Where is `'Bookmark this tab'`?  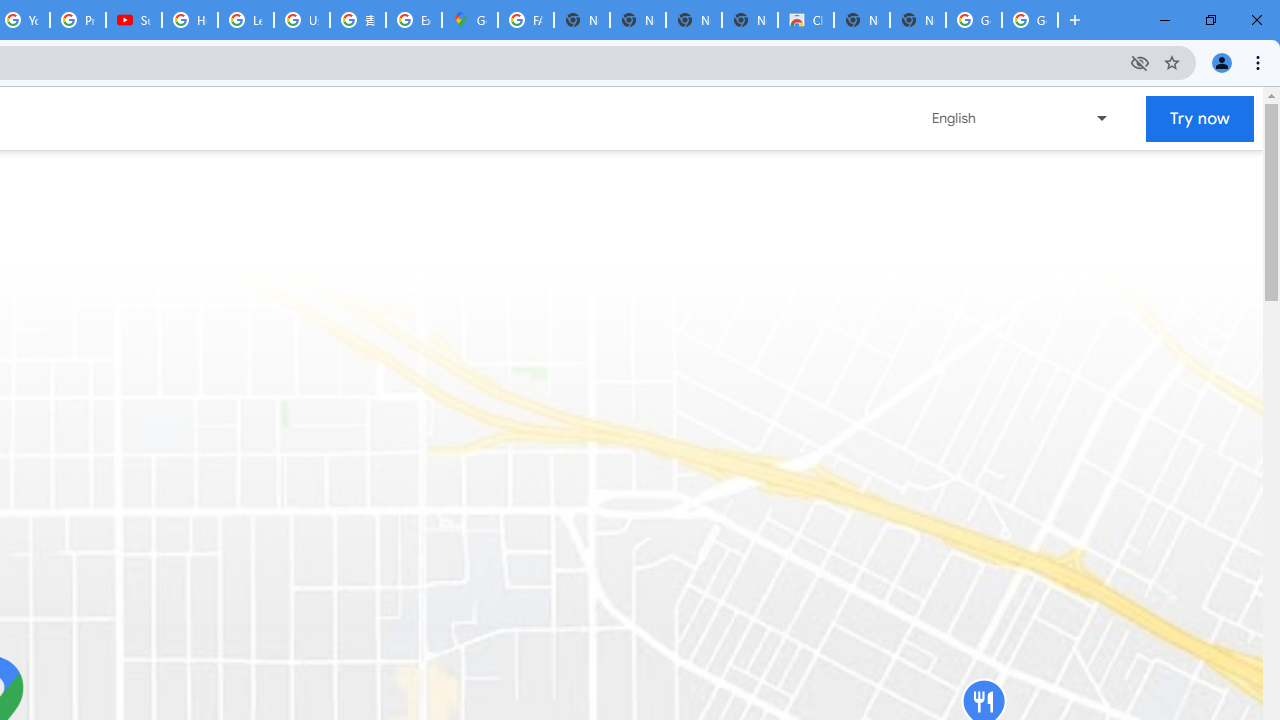
'Bookmark this tab' is located at coordinates (1171, 61).